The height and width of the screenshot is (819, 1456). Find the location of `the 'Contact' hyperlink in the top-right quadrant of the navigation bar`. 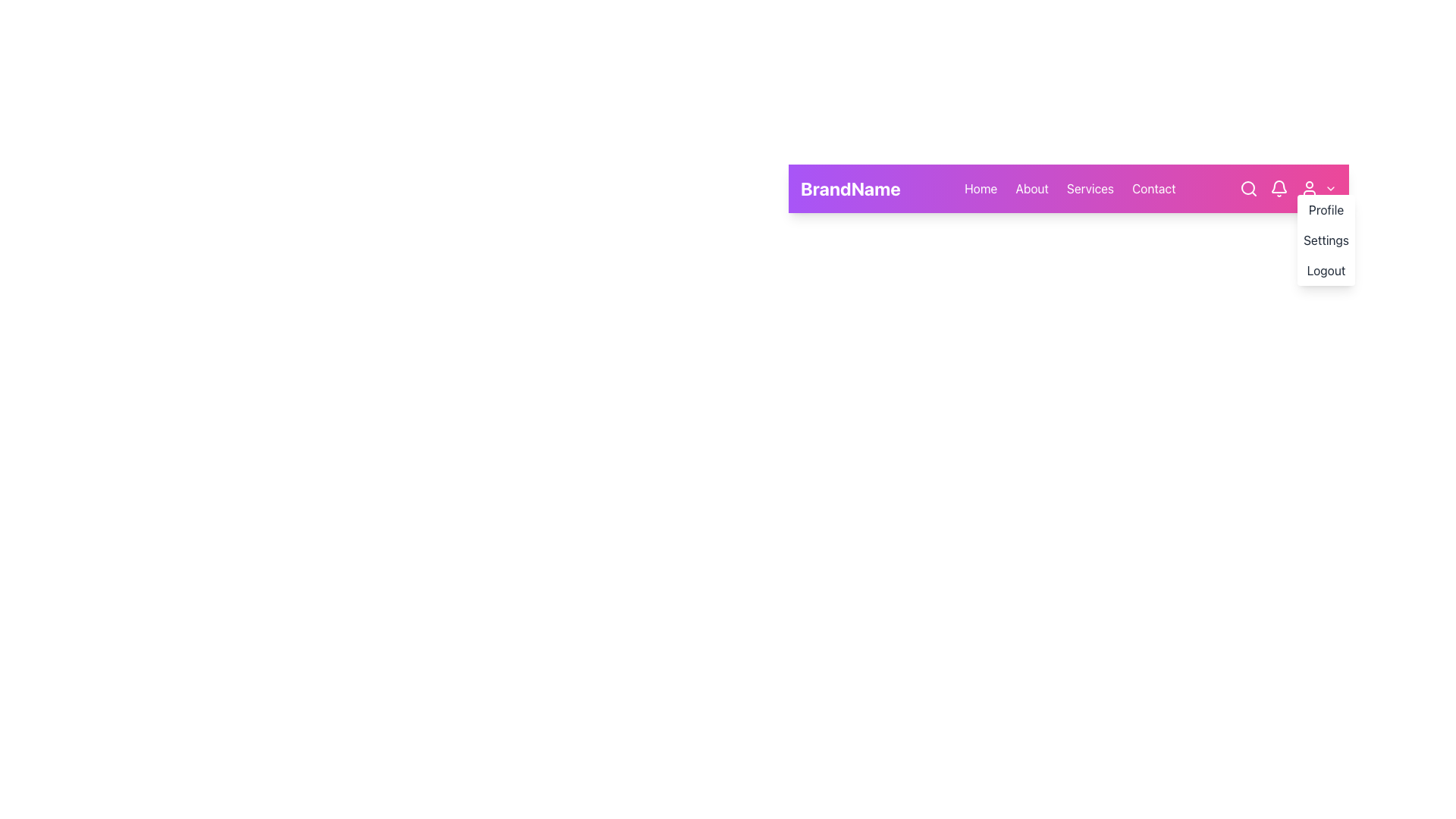

the 'Contact' hyperlink in the top-right quadrant of the navigation bar is located at coordinates (1153, 188).